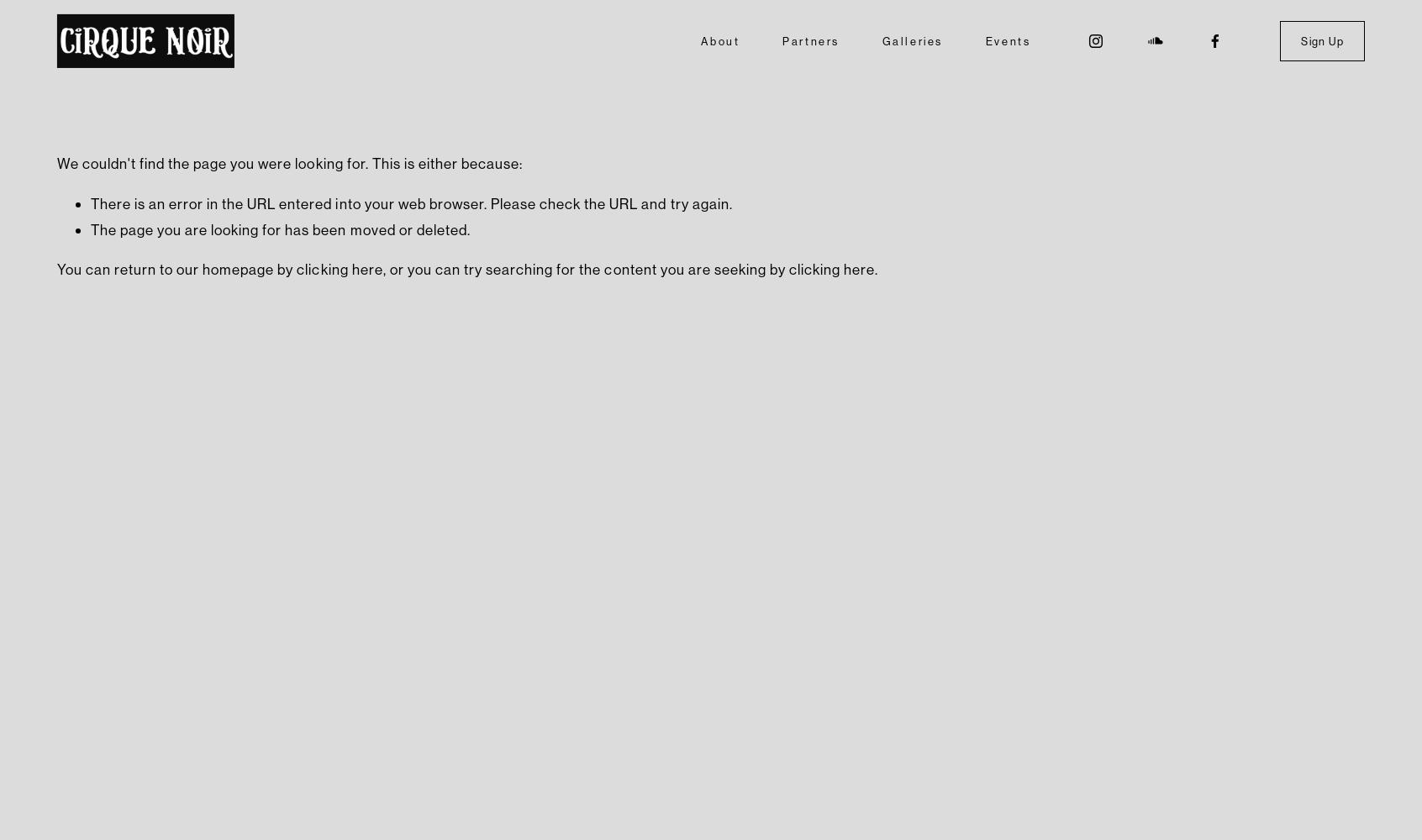 This screenshot has width=1422, height=840. I want to click on ', or you can try searching for the
  content you are seeking by', so click(585, 268).